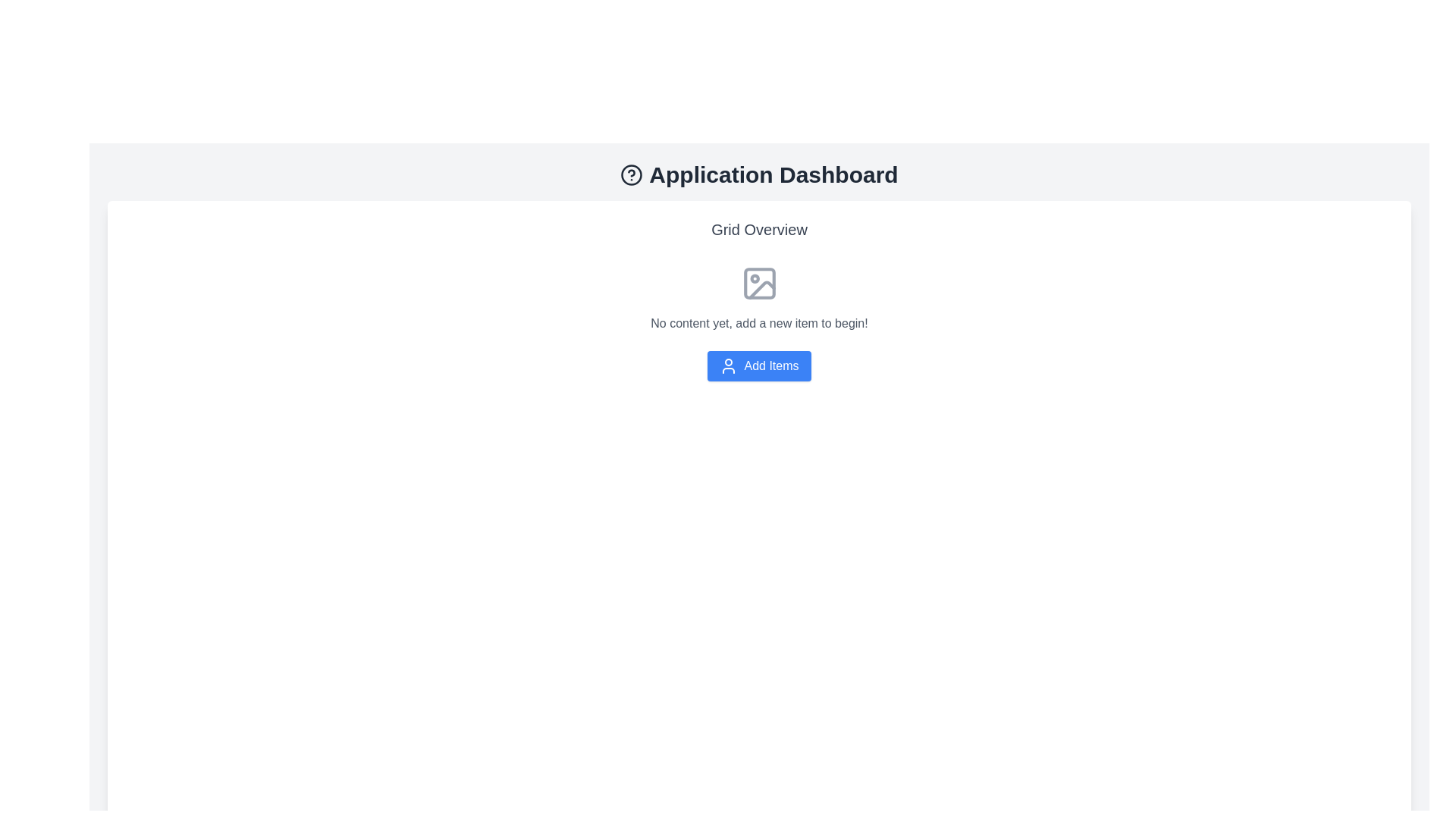  I want to click on the graphical placeholder icon that indicates an empty state, positioned above the text 'No content yet, add a new item to begin!', so click(759, 284).